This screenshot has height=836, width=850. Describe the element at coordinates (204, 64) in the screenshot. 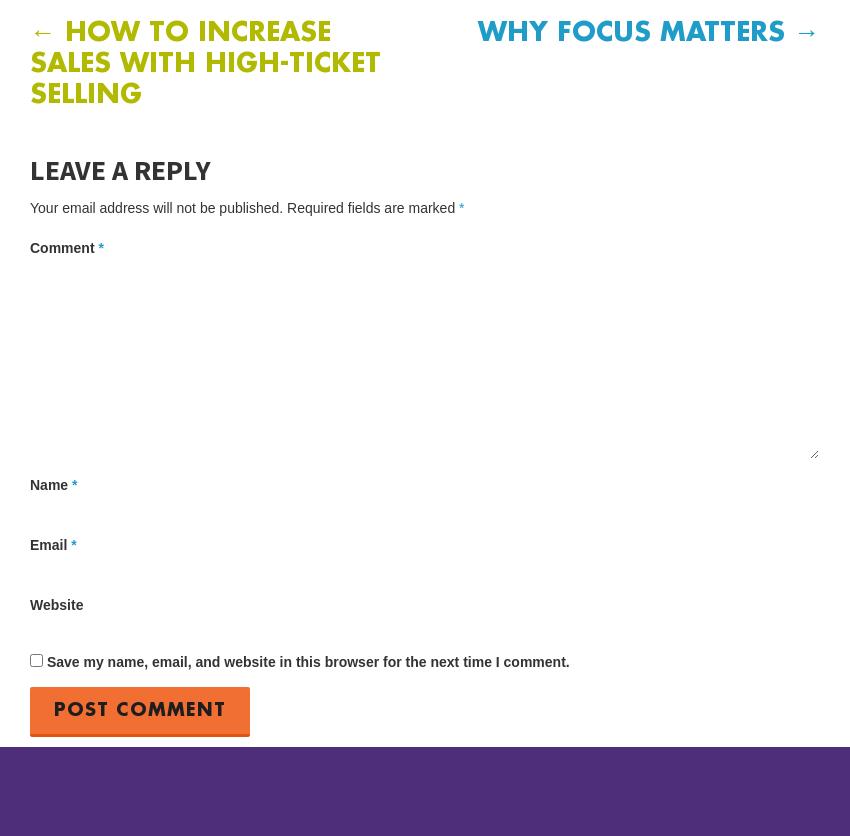

I see `'How to Increase Sales with High-Ticket Selling'` at that location.